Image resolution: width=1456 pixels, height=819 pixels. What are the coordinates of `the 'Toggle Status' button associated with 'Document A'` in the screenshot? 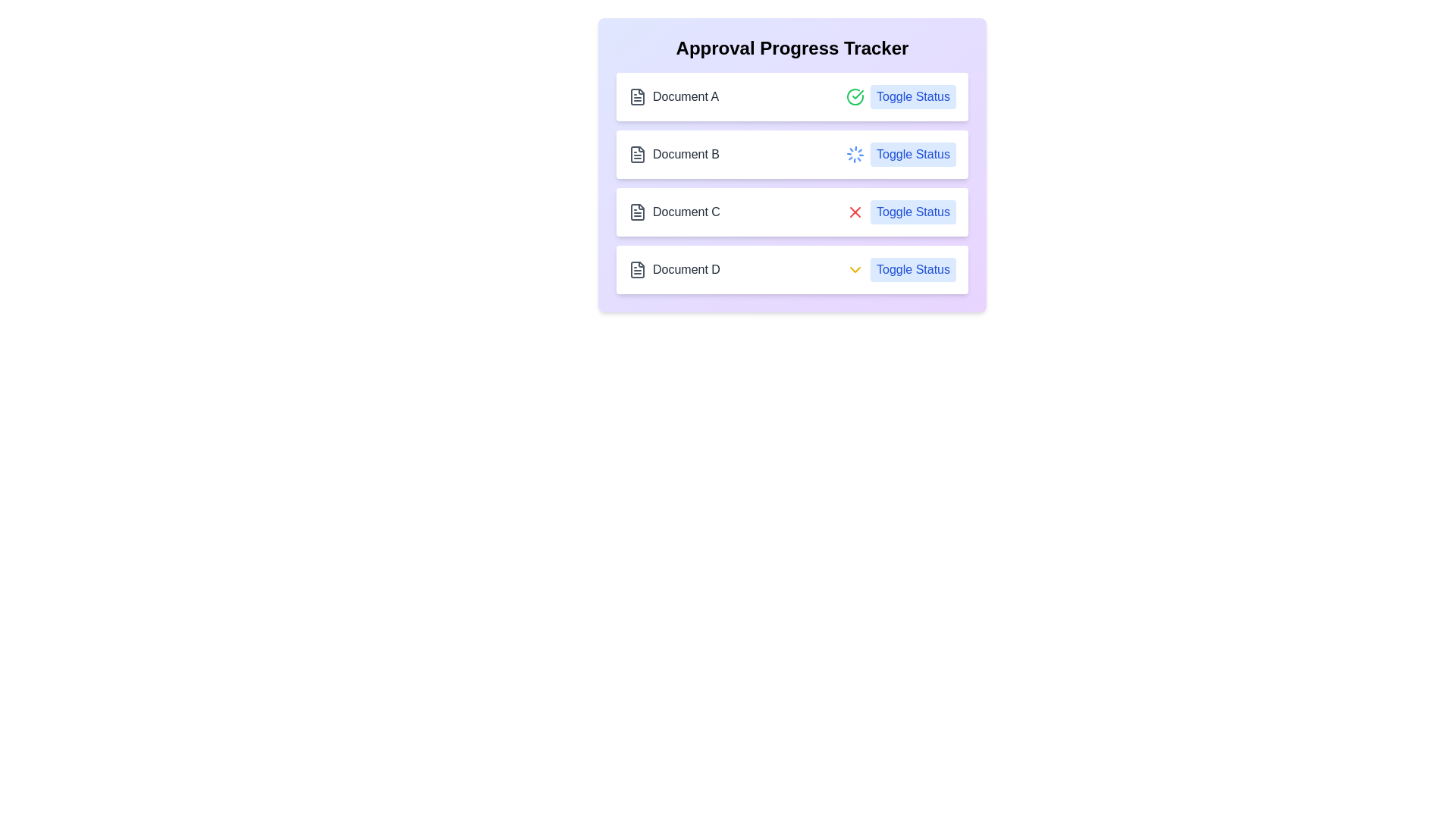 It's located at (912, 96).